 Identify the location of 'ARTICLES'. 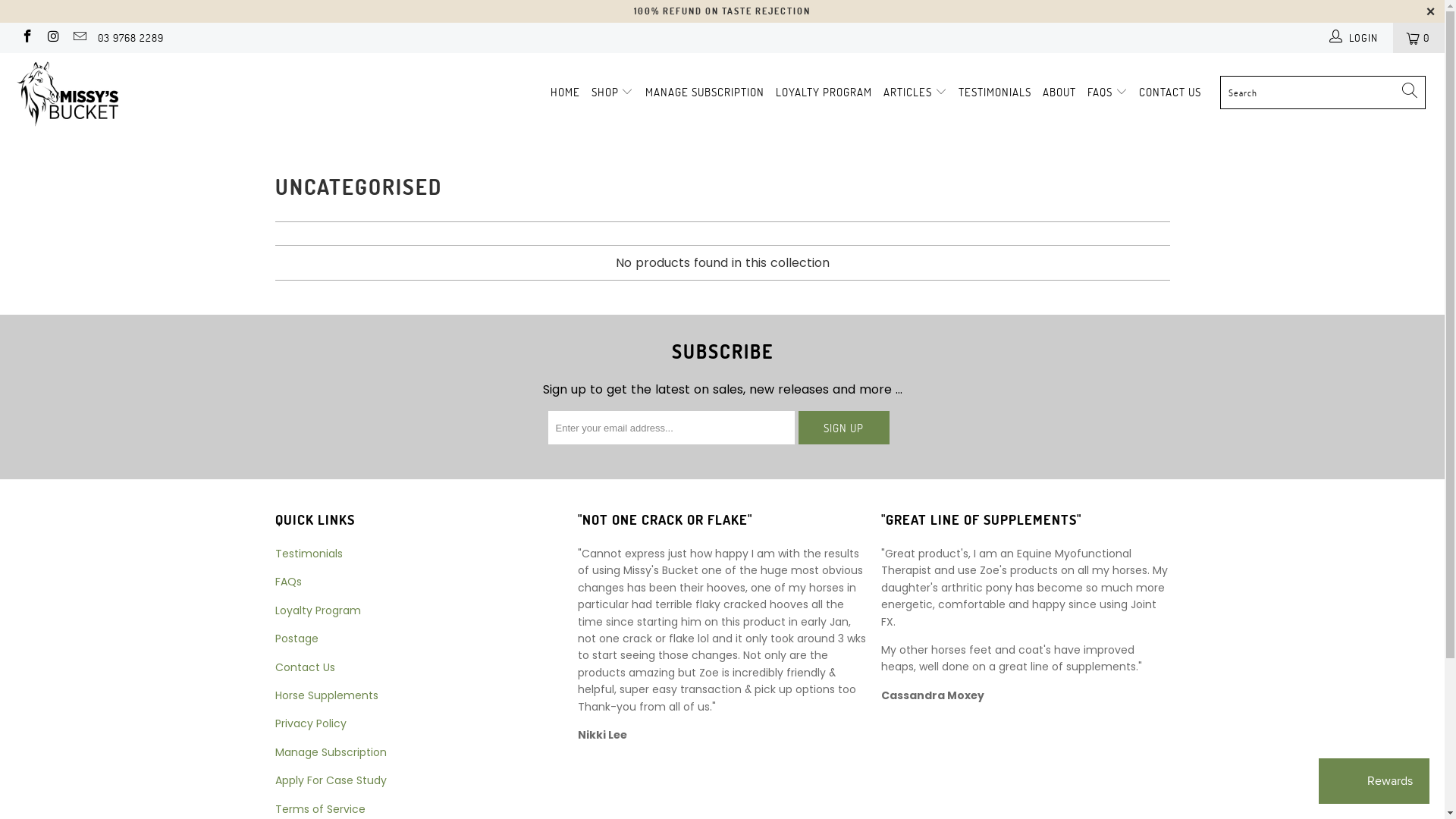
(914, 93).